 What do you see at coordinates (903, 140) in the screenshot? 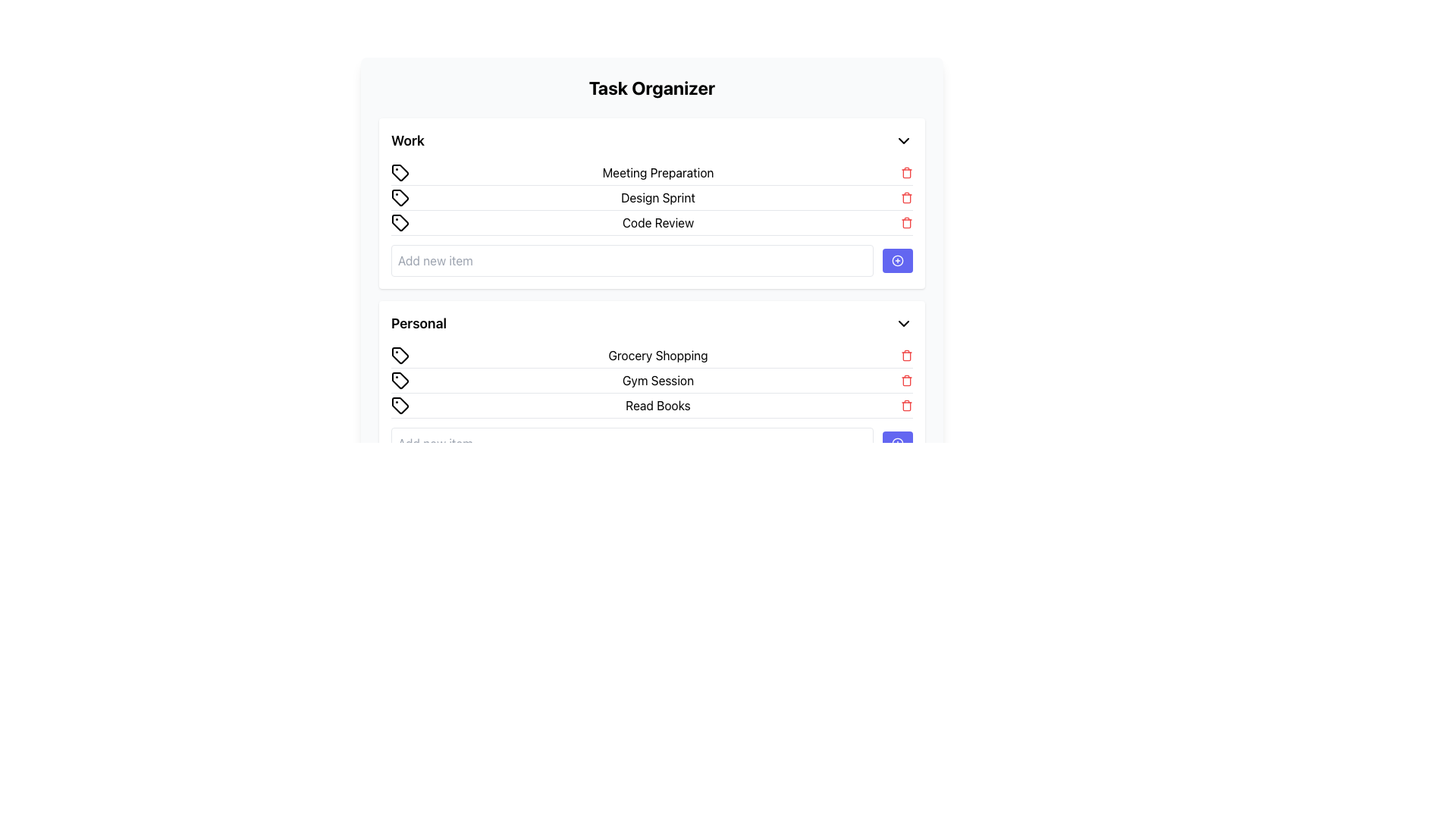
I see `the Chevron Down icon located at the rightmost position of the 'Work' section header` at bounding box center [903, 140].